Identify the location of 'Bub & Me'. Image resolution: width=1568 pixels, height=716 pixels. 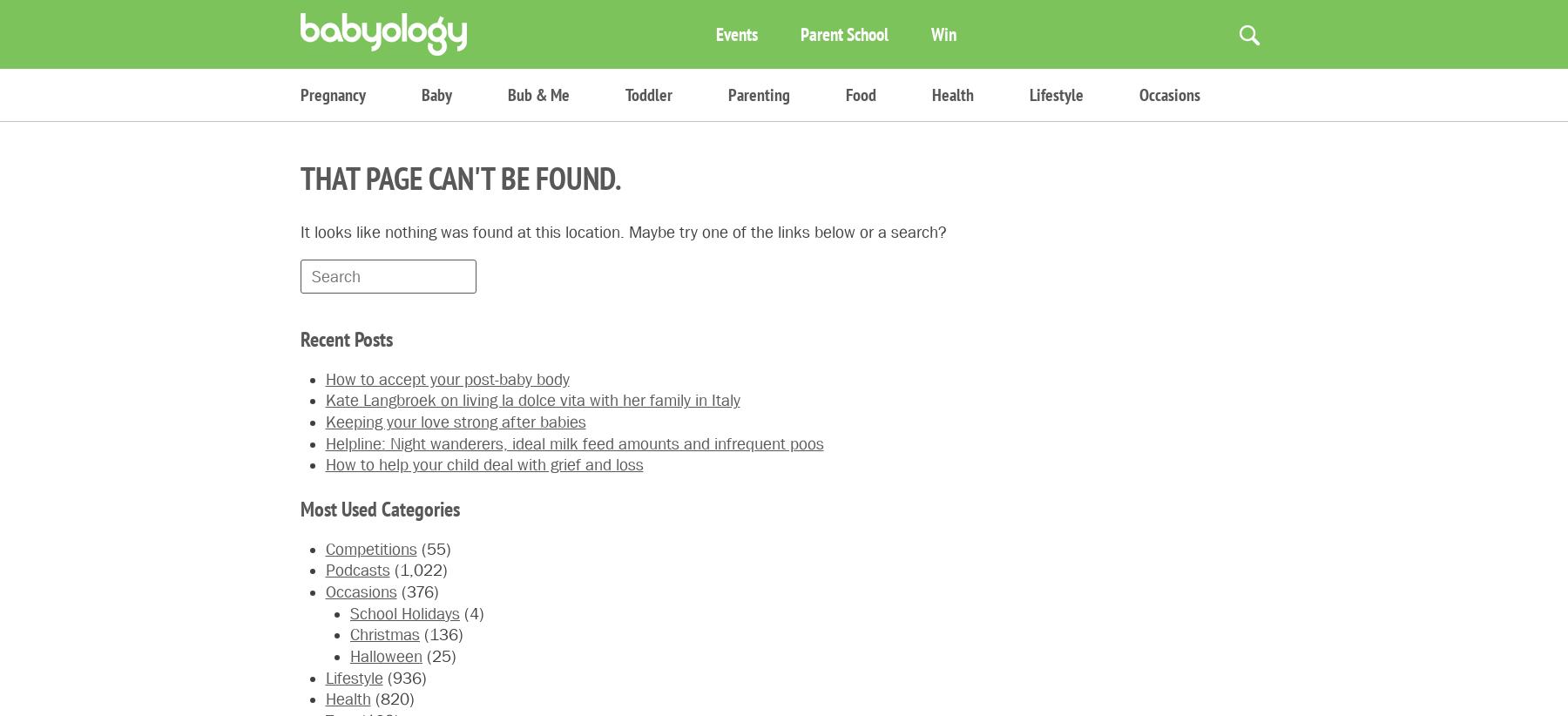
(538, 93).